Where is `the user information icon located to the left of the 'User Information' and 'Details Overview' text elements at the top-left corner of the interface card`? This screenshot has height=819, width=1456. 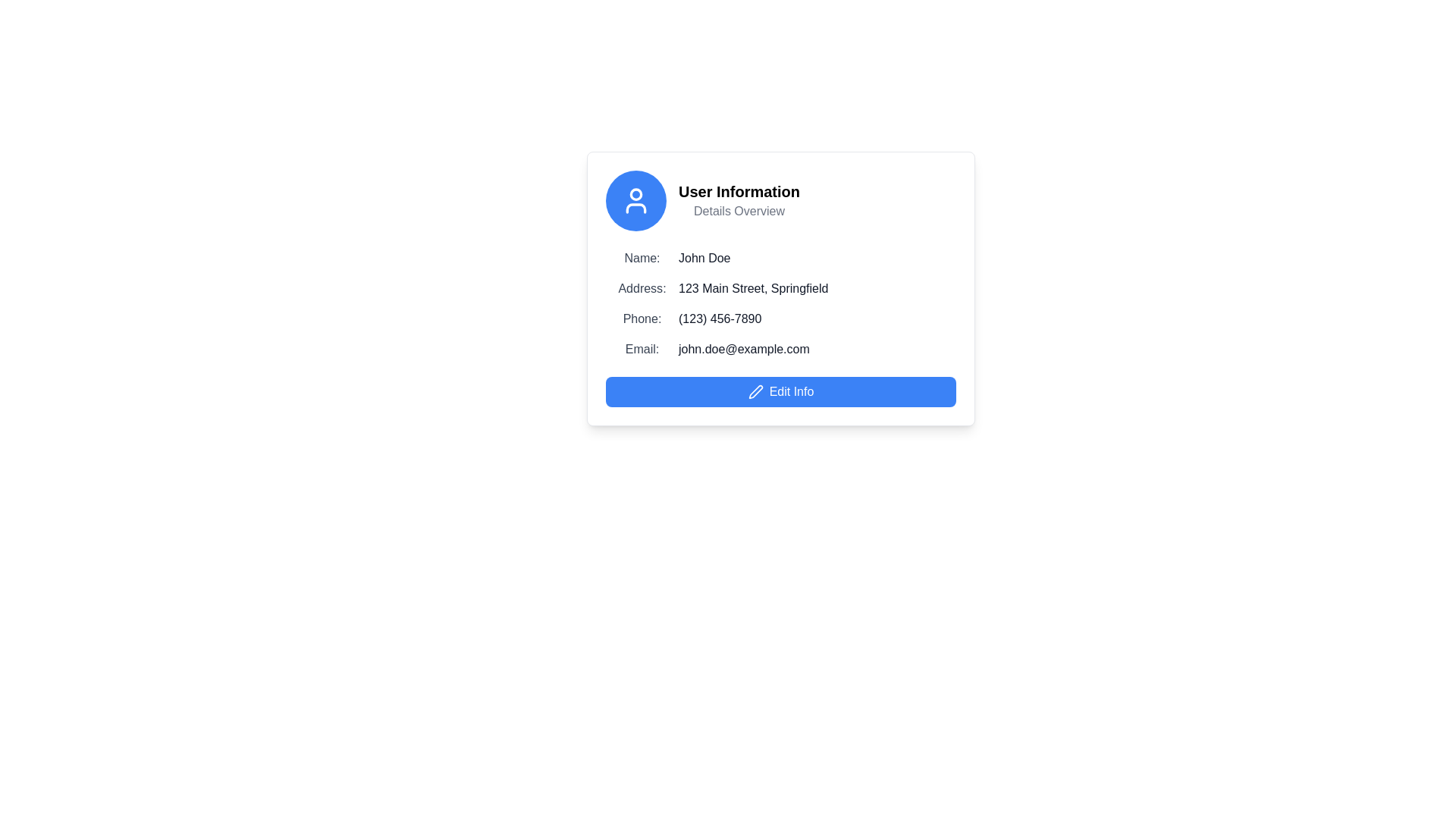 the user information icon located to the left of the 'User Information' and 'Details Overview' text elements at the top-left corner of the interface card is located at coordinates (636, 200).